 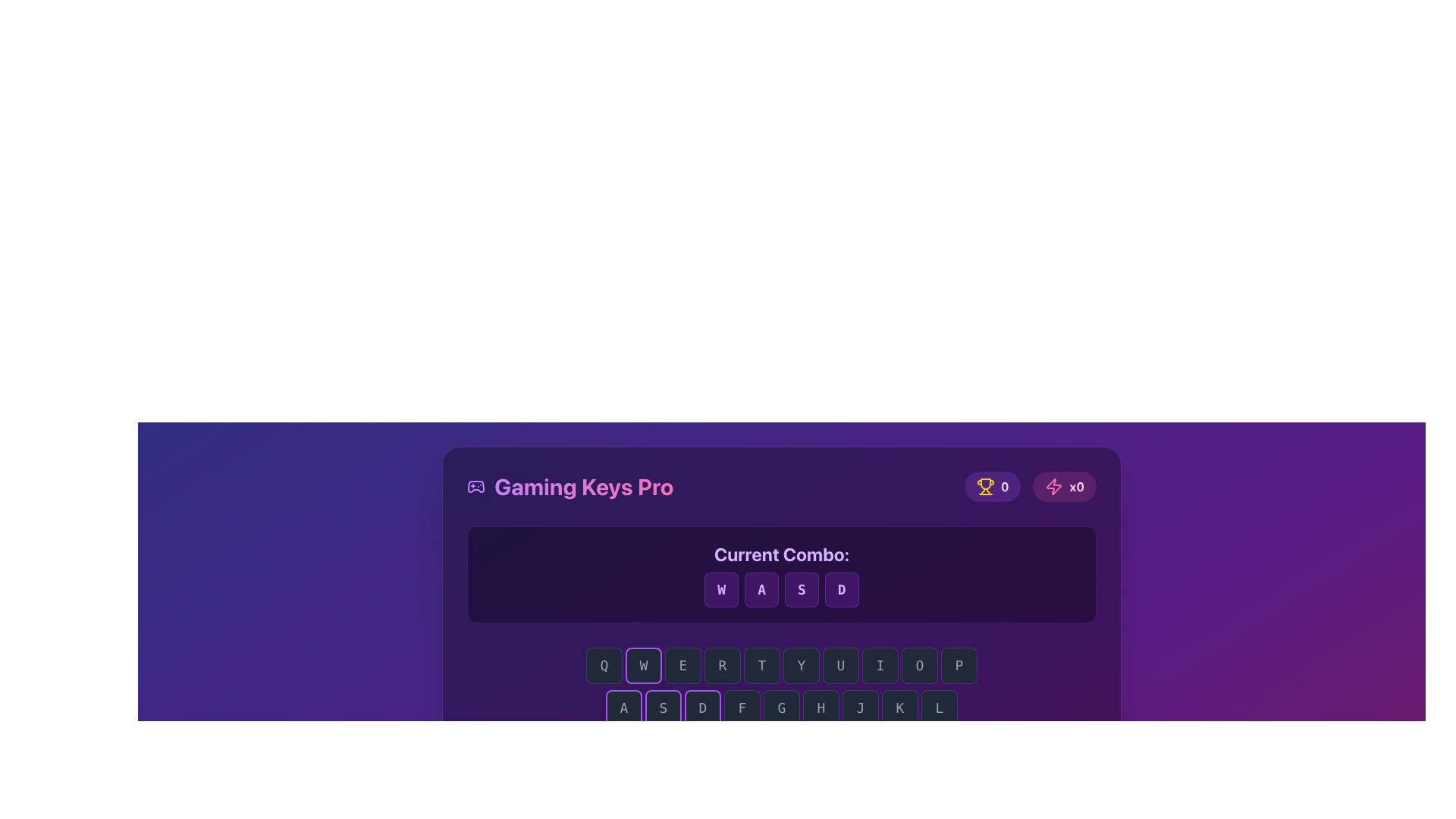 I want to click on the button that visually represents the 'D' key, which is the fourth button in a row of four buttons for 'W', 'A', 'S', and 'D', located at the bottom-right of the row, so click(x=841, y=589).